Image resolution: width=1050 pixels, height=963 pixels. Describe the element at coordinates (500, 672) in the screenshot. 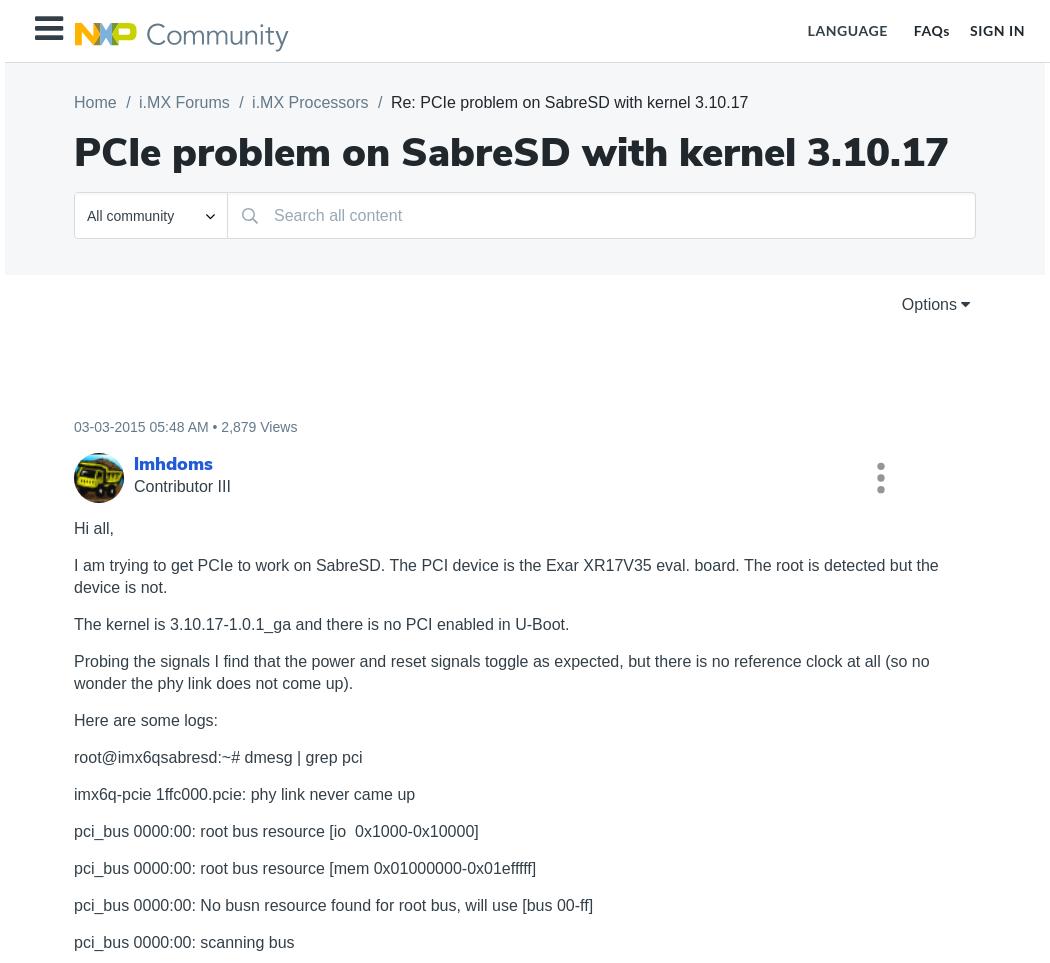

I see `'Probing the signals I find that the power and reset signals toggle as expected, but there is no reference clock at all (so no wonder the phy link does not come up).'` at that location.